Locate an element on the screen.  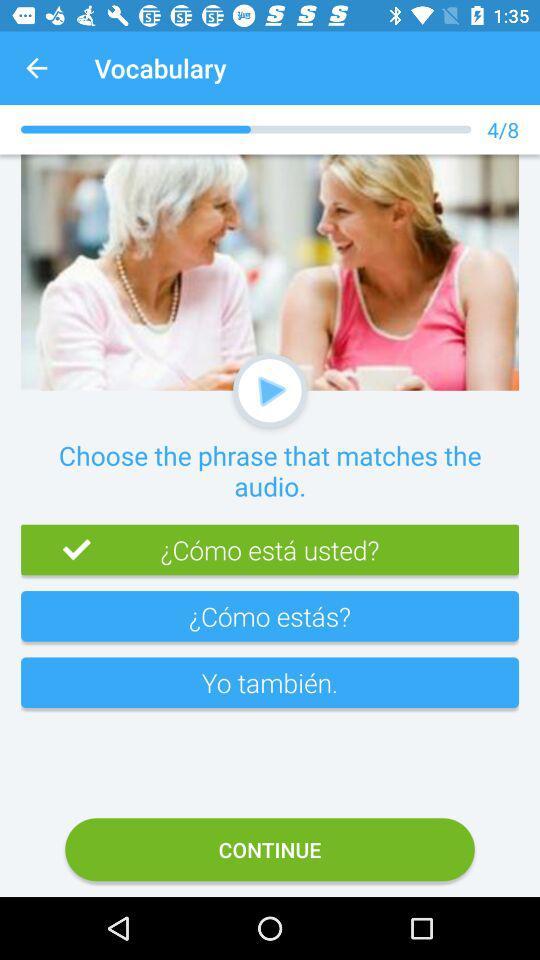
continue is located at coordinates (270, 848).